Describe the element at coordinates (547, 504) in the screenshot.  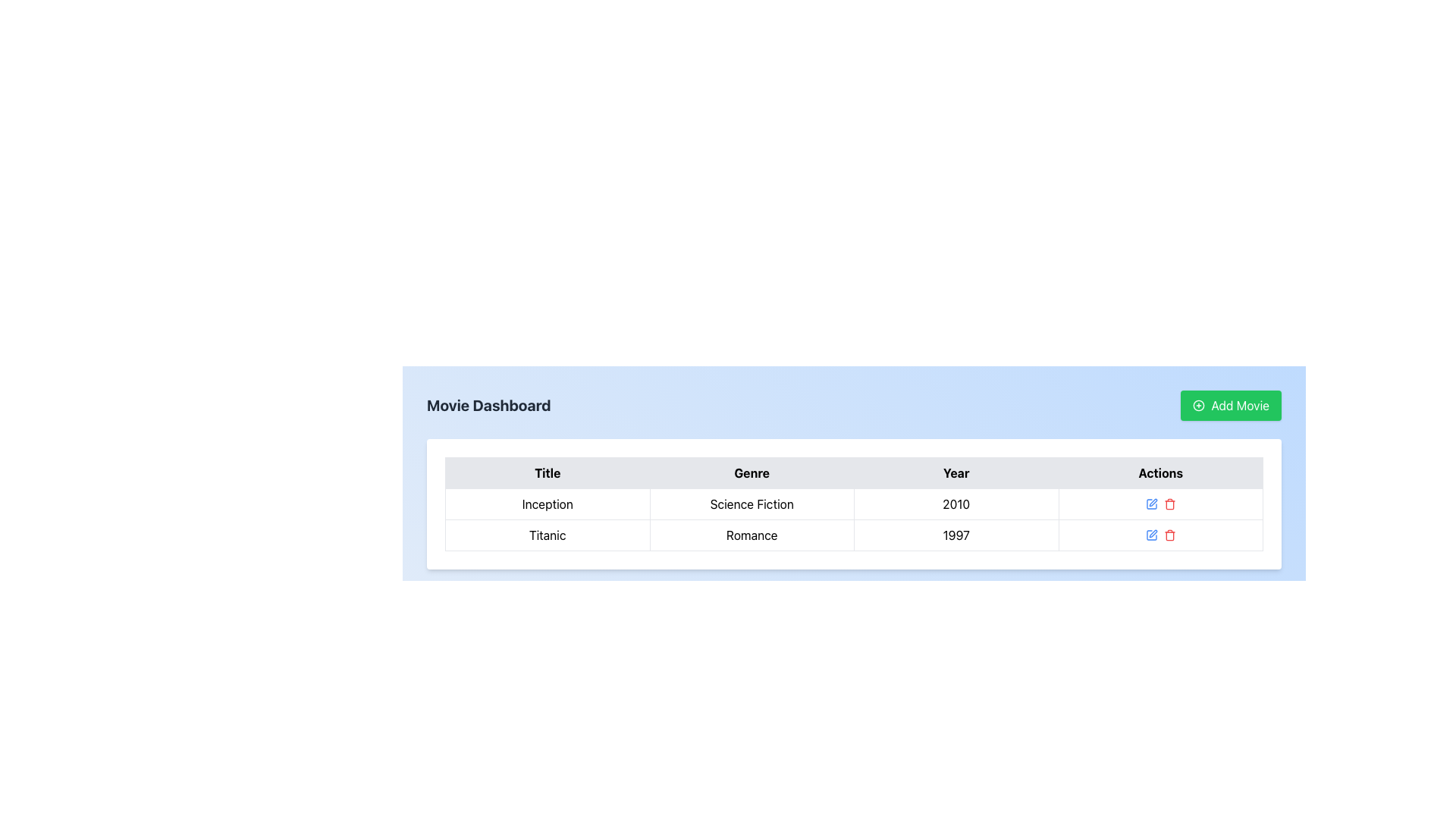
I see `the text label that signifies the title of the movie 'Inception' in the first row of the table within the 'Title' column` at that location.